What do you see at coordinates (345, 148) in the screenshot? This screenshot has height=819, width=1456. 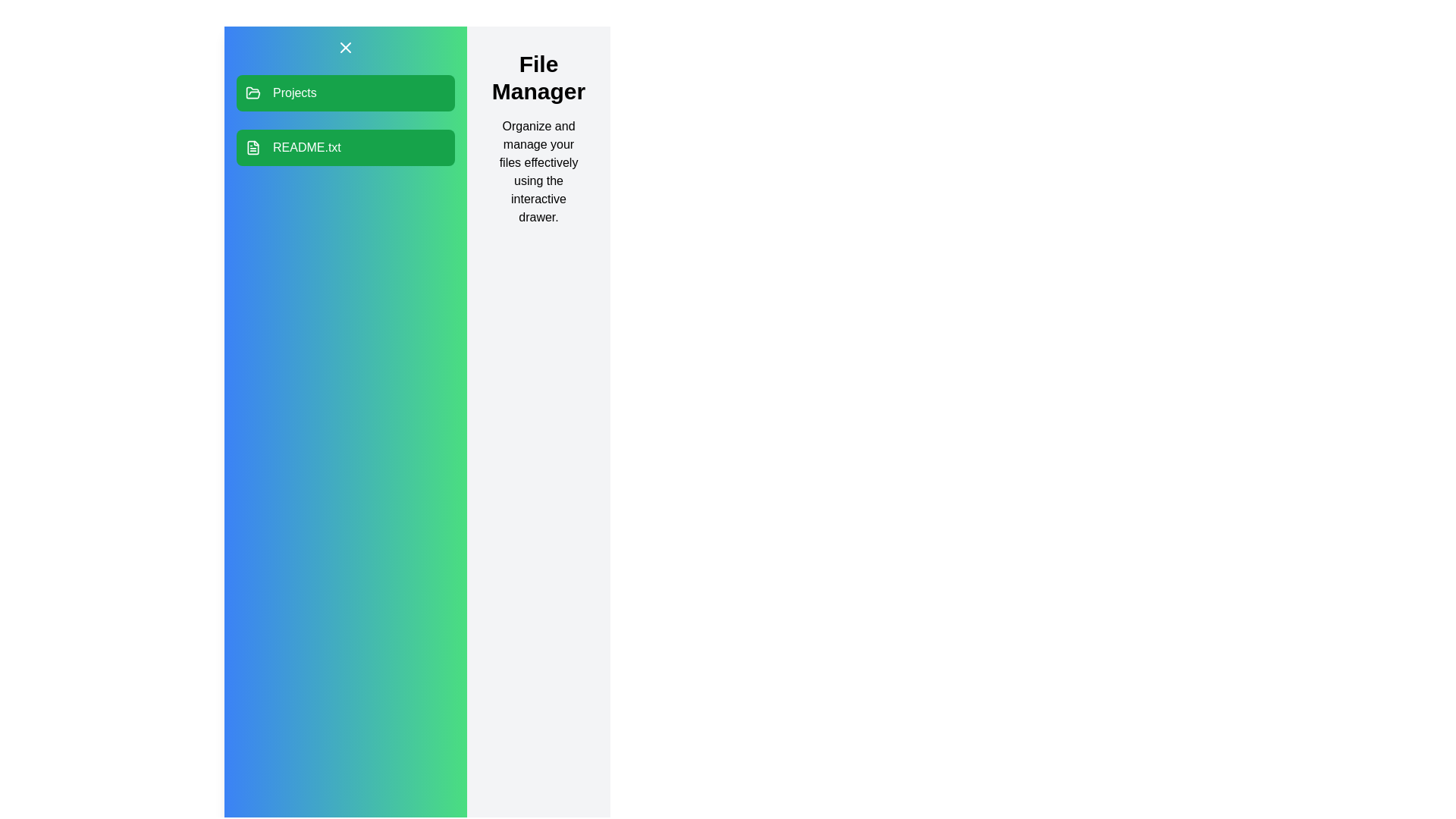 I see `the 'README.txt' file in the drawer` at bounding box center [345, 148].